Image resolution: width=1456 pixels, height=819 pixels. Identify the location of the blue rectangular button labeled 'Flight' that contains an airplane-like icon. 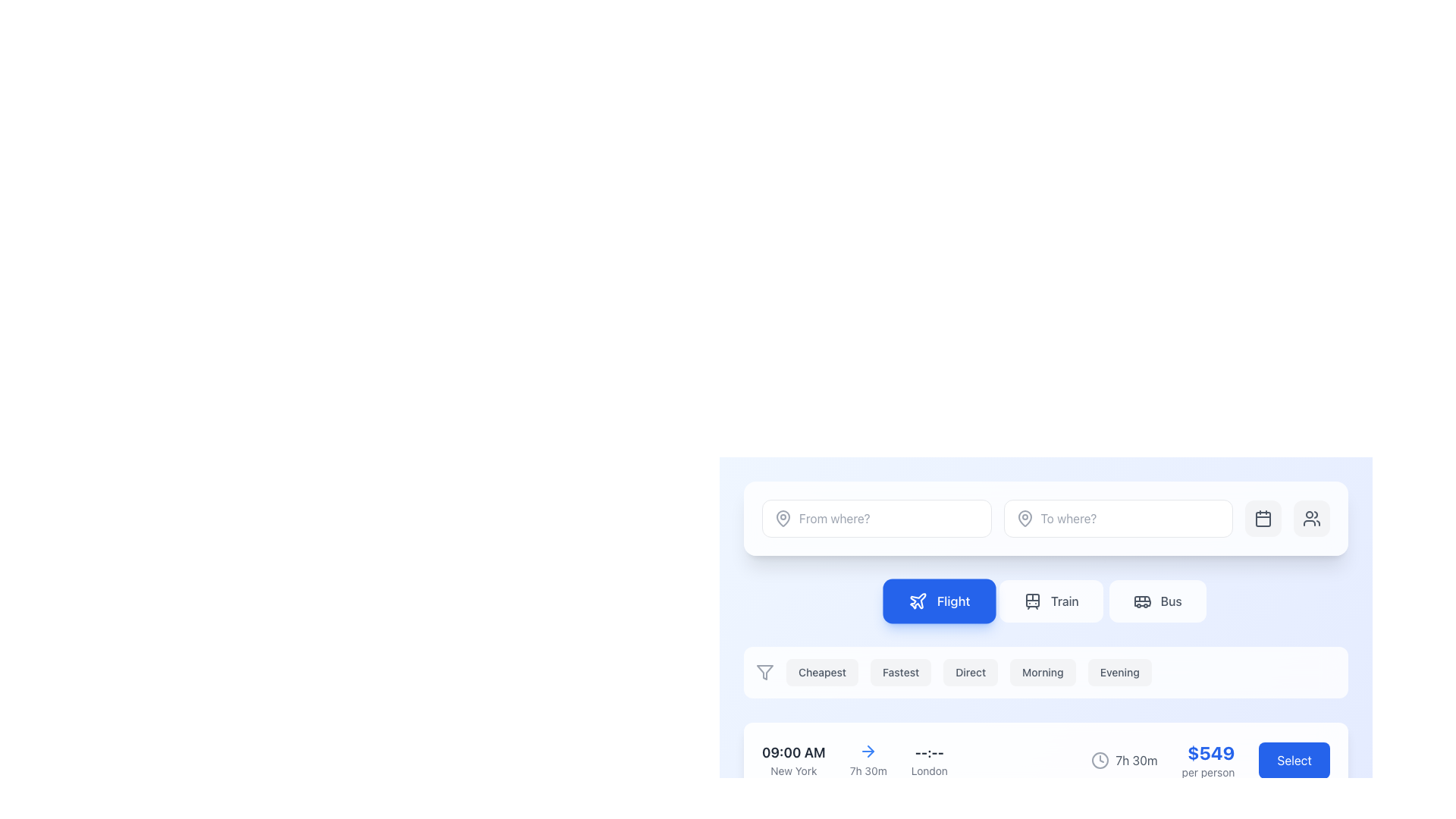
(918, 600).